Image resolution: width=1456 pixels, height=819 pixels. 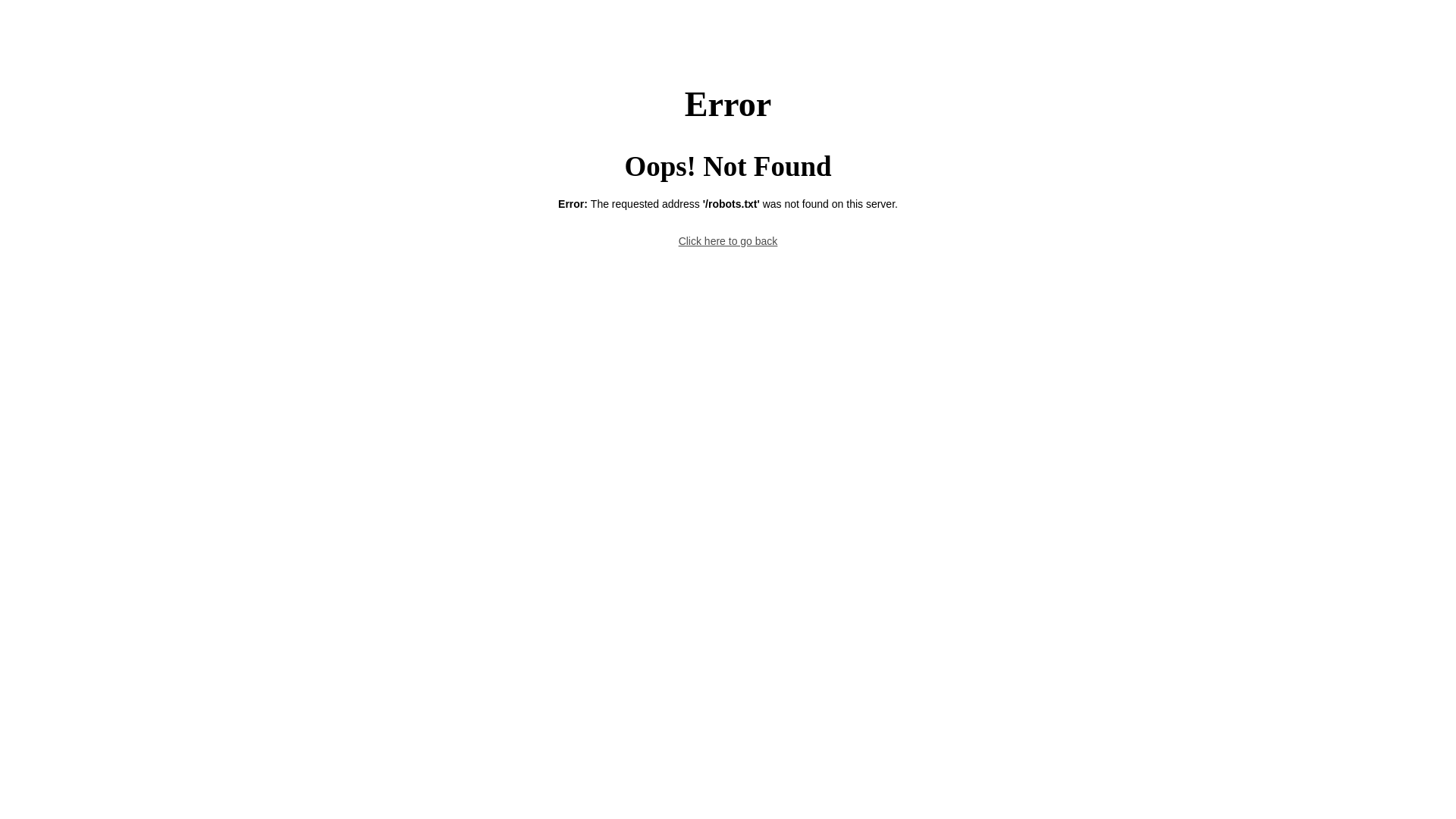 I want to click on 'Click here to go back', so click(x=728, y=240).